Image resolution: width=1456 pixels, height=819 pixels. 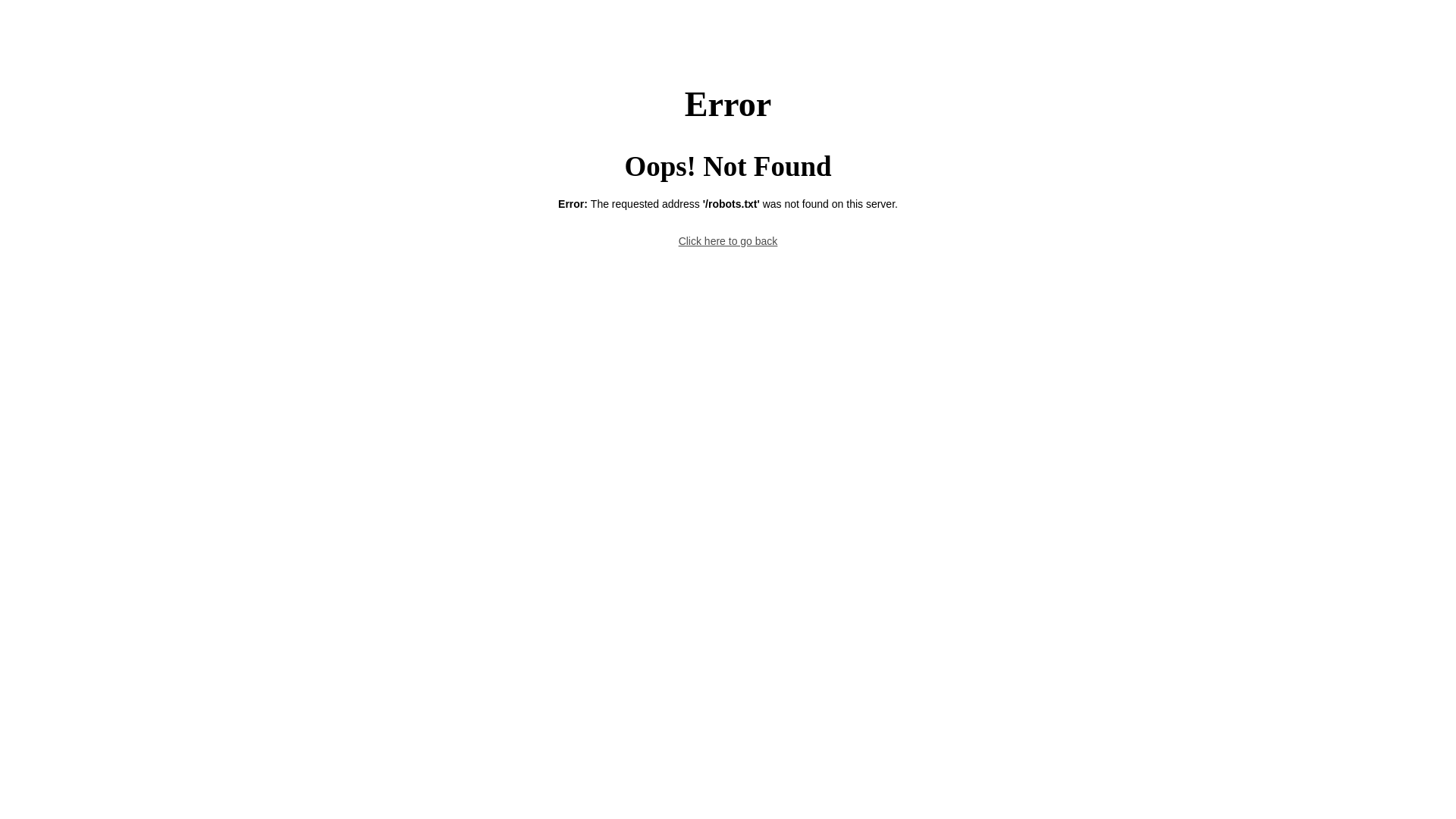 I want to click on 'Click here to go back', so click(x=728, y=240).